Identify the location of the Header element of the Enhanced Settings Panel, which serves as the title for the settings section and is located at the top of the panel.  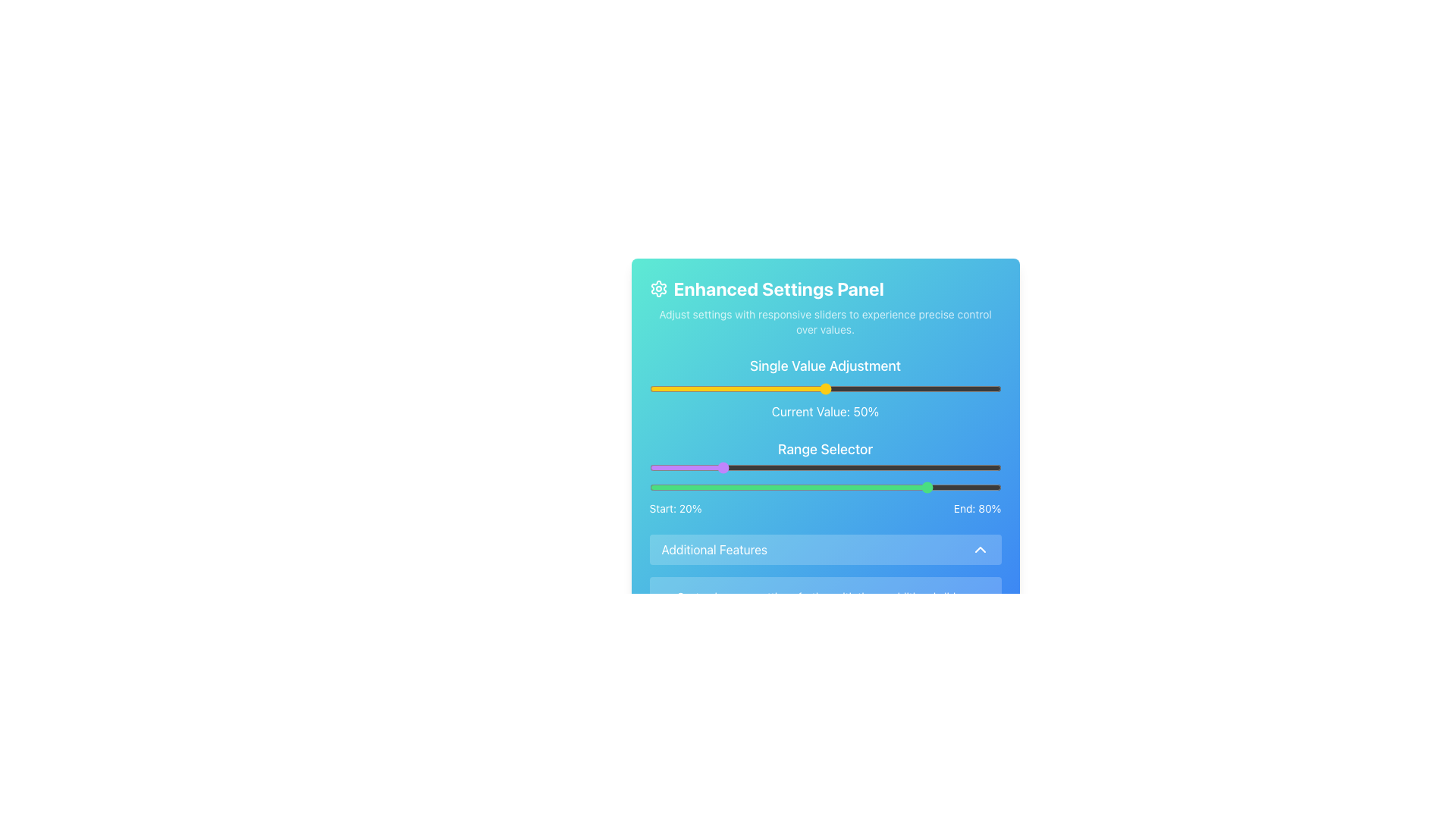
(824, 289).